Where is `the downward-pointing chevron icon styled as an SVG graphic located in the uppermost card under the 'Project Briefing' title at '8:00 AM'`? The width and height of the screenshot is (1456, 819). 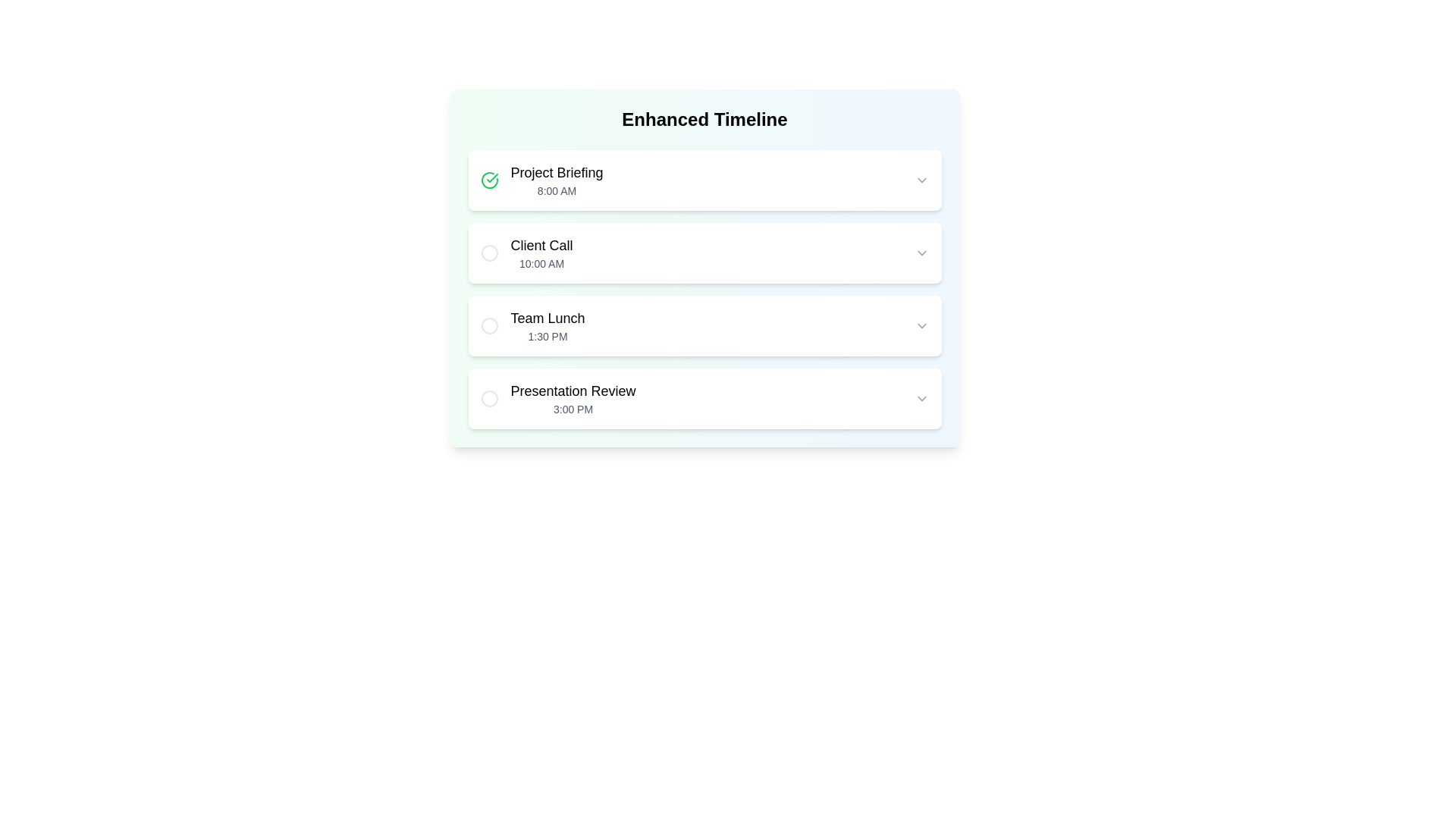 the downward-pointing chevron icon styled as an SVG graphic located in the uppermost card under the 'Project Briefing' title at '8:00 AM' is located at coordinates (921, 180).